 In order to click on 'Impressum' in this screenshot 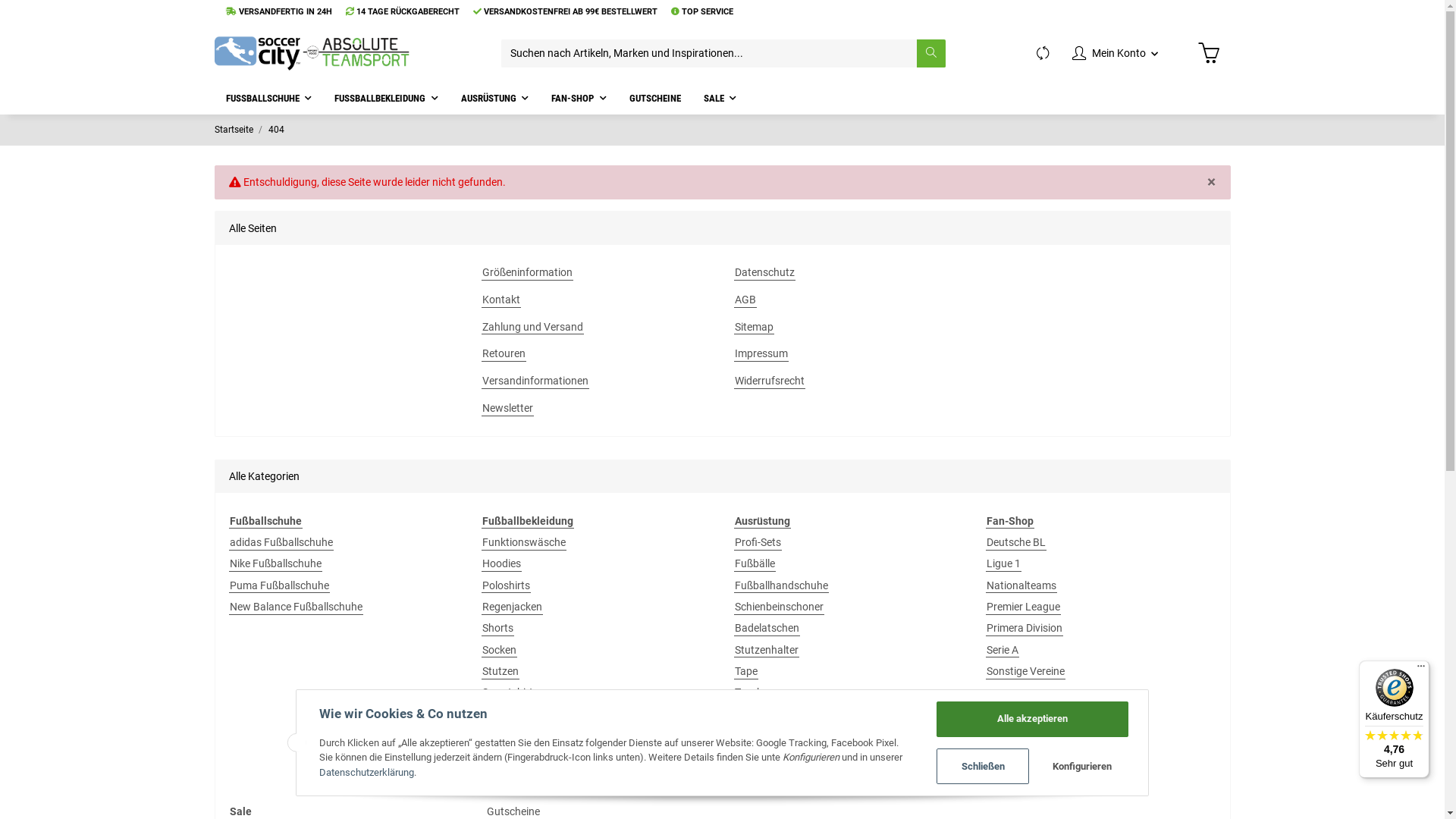, I will do `click(734, 353)`.